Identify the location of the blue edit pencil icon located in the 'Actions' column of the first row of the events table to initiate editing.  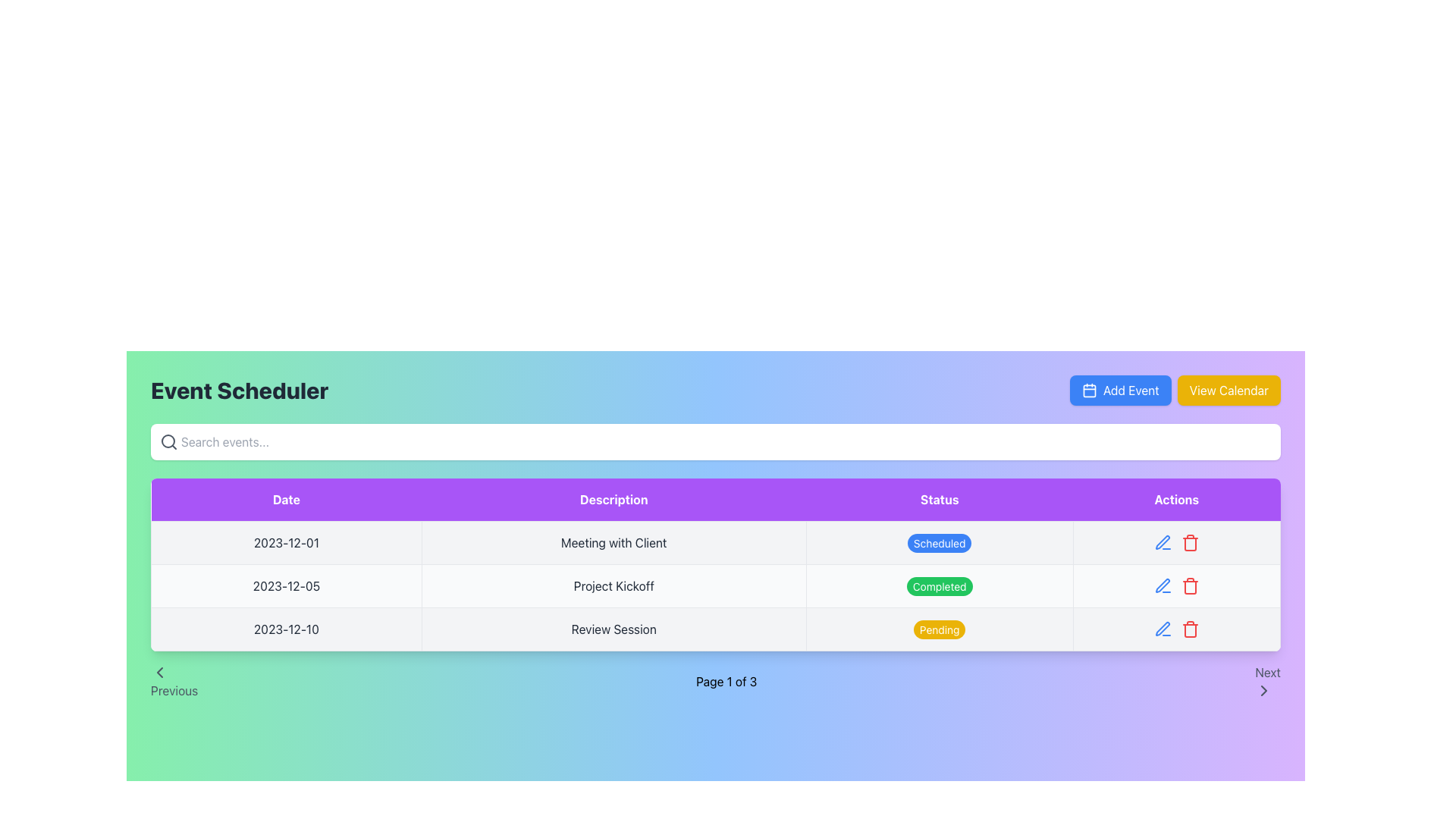
(1175, 542).